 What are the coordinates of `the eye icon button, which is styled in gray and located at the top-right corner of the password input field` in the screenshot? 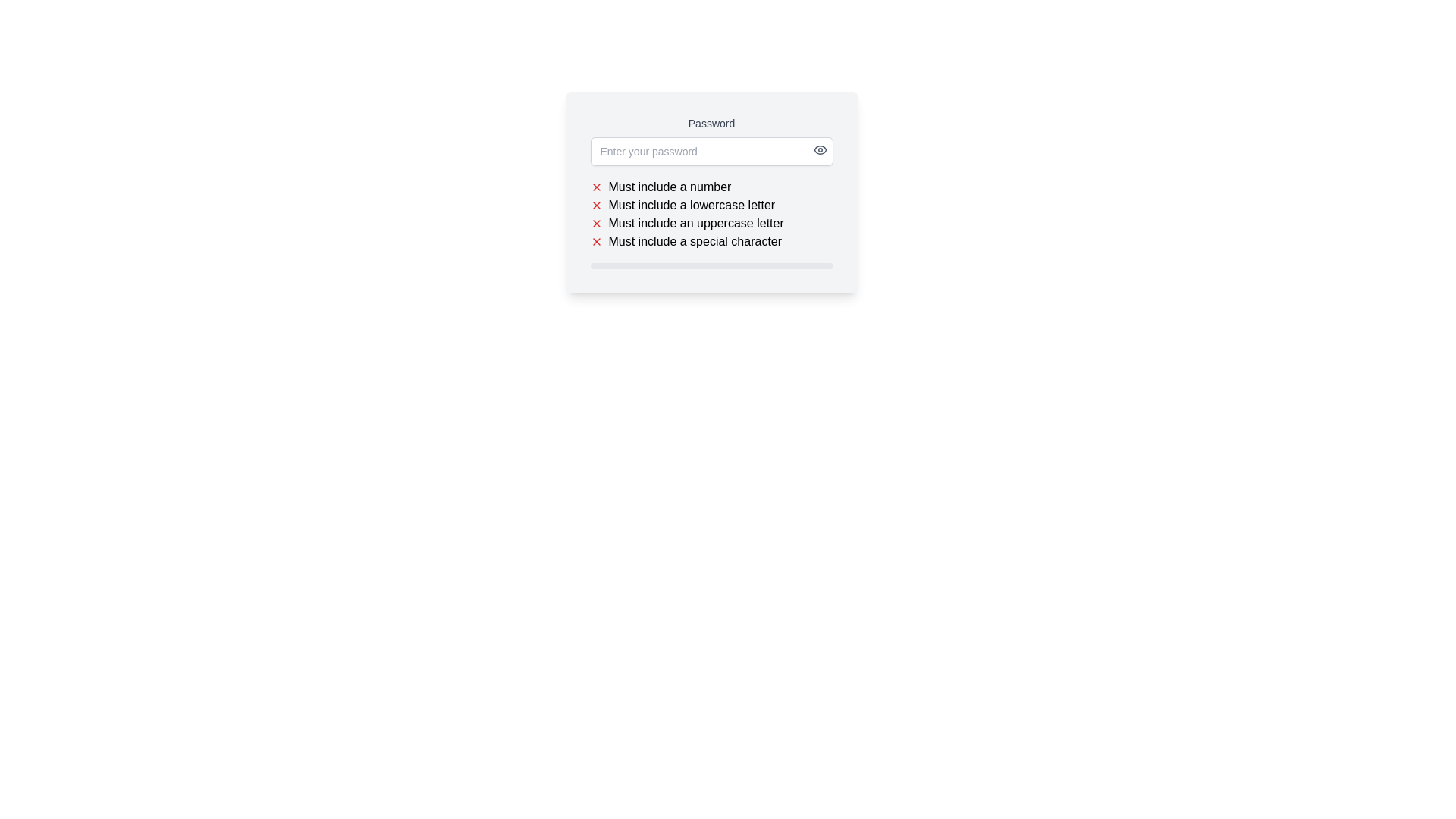 It's located at (819, 149).